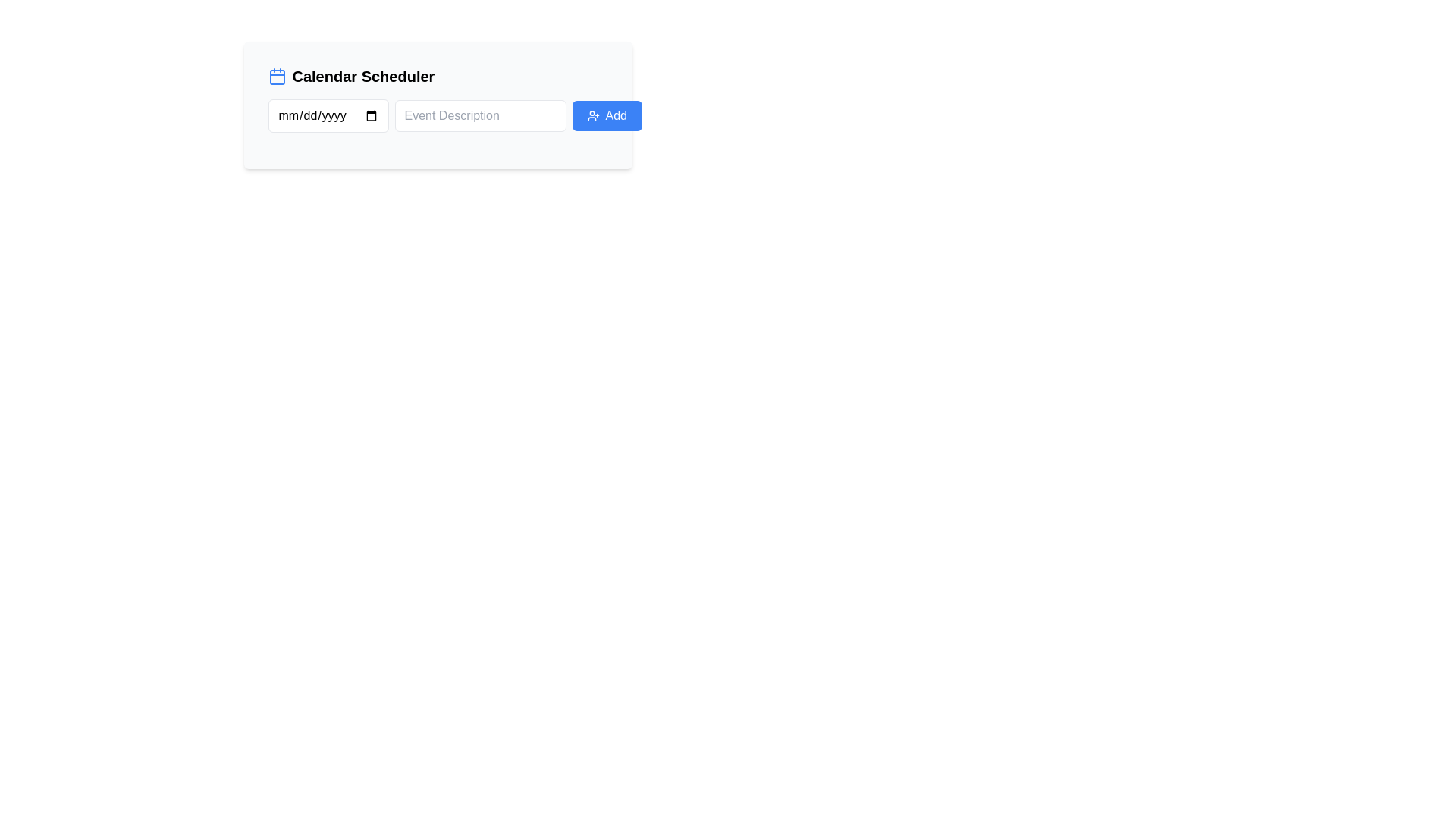 The width and height of the screenshot is (1456, 819). What do you see at coordinates (479, 115) in the screenshot?
I see `the text input field labeled 'Event Description', which is styled with a light border and rounded corners` at bounding box center [479, 115].